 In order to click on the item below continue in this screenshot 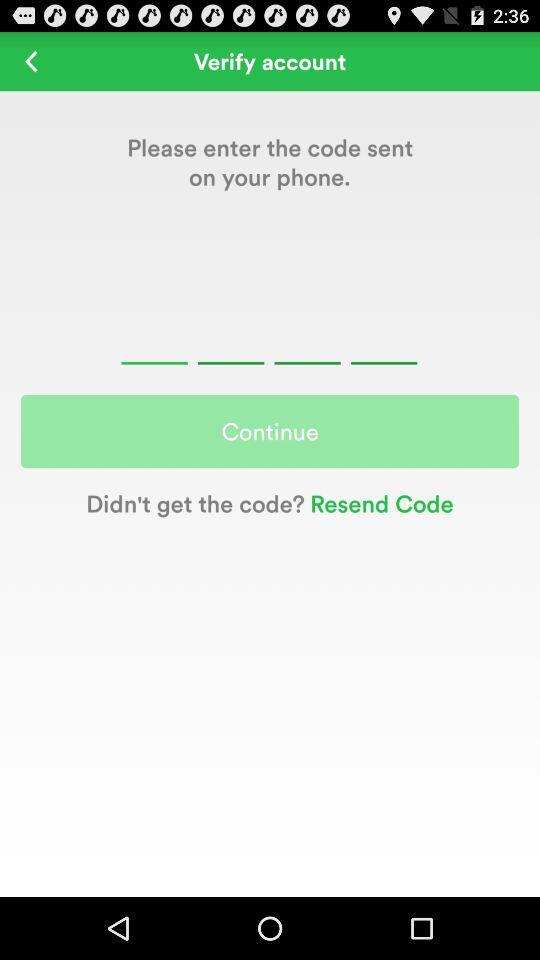, I will do `click(379, 502)`.